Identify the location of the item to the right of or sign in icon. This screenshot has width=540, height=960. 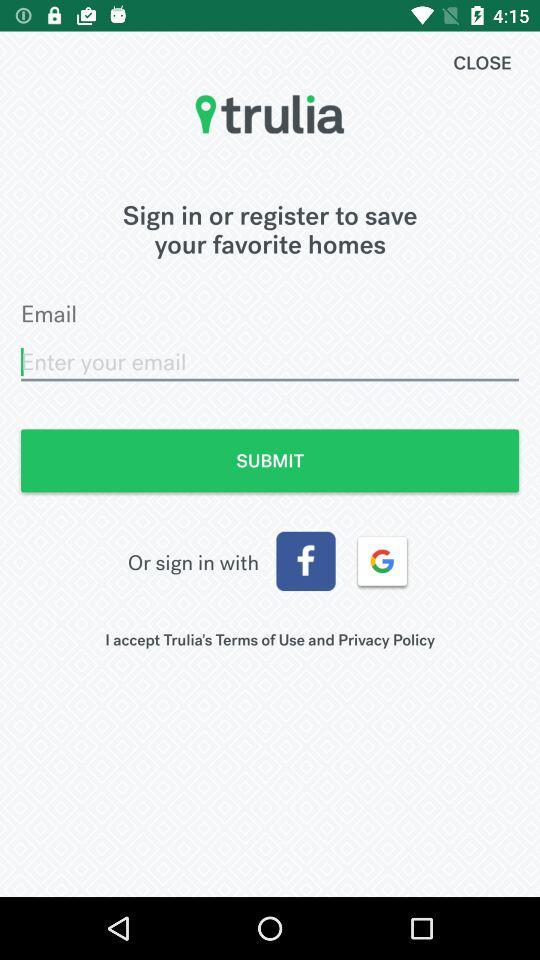
(306, 561).